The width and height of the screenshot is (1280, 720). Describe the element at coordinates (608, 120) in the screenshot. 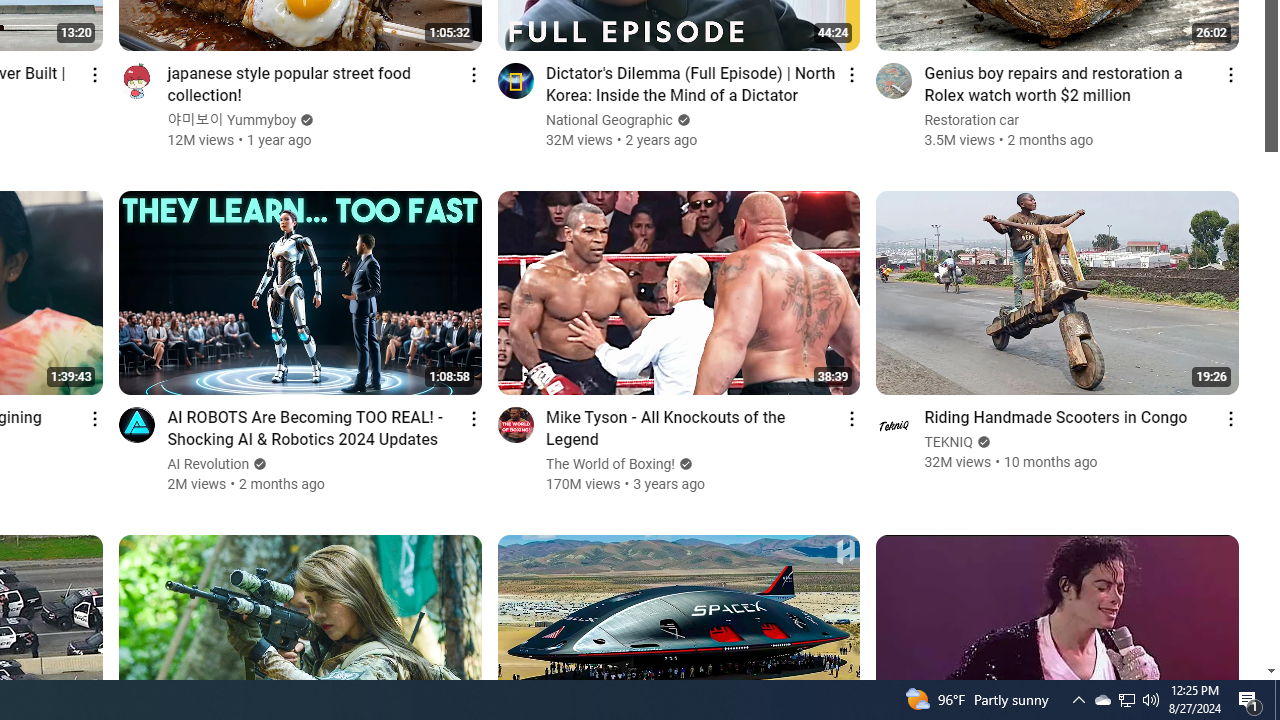

I see `'National Geographic'` at that location.